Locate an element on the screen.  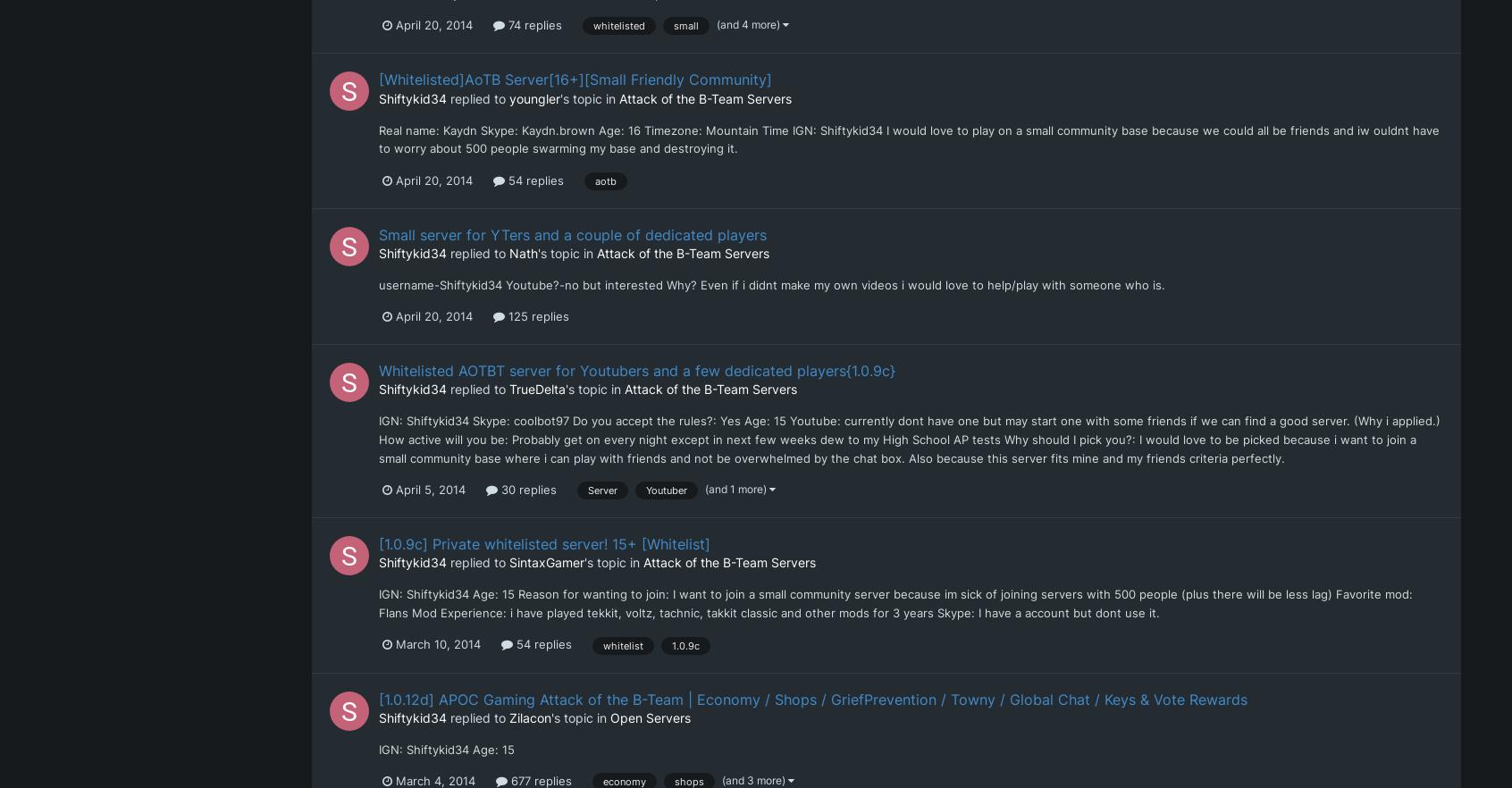
'(and 3 more)' is located at coordinates (754, 779).